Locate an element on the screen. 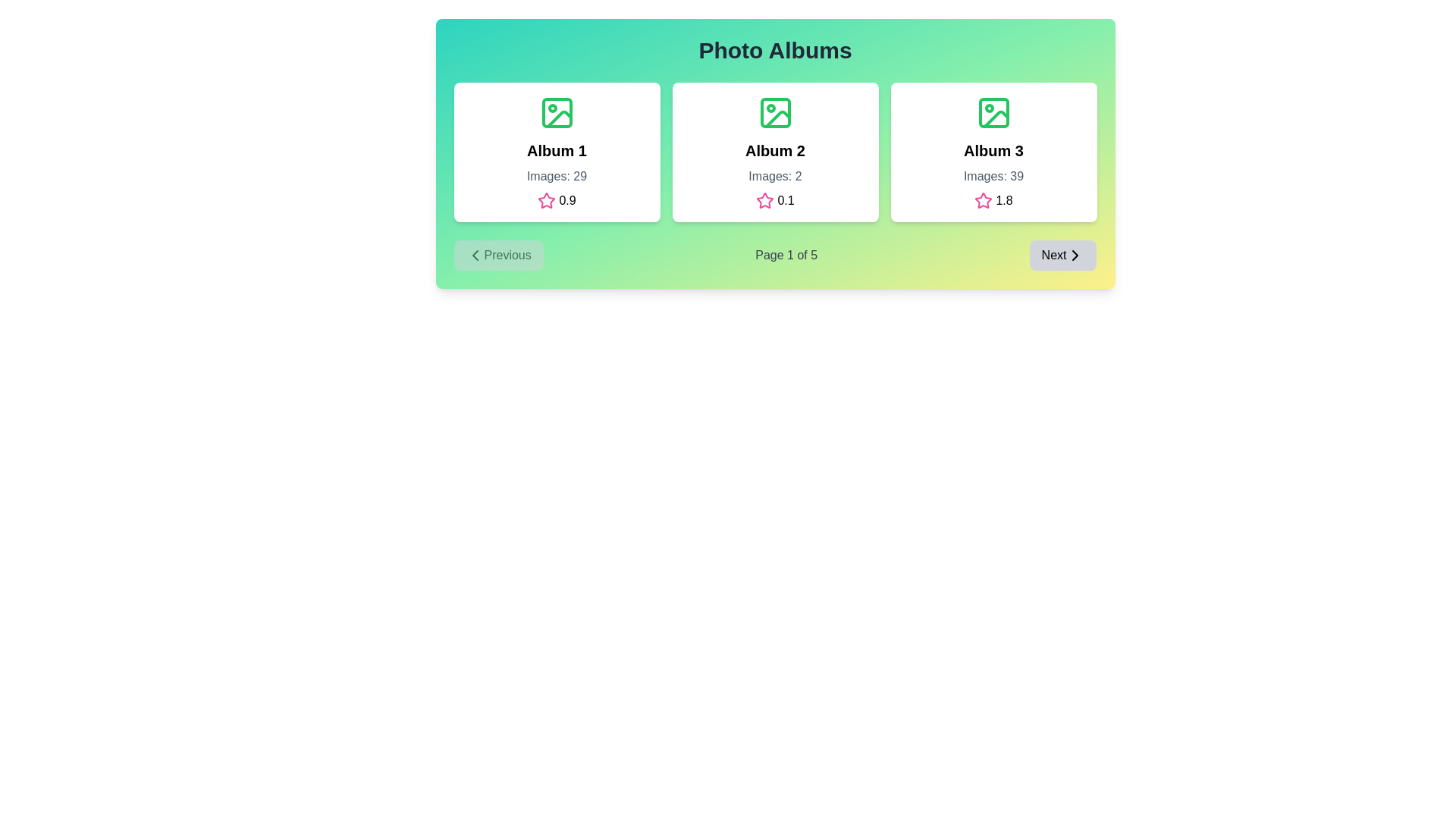 The width and height of the screenshot is (1456, 819). rating value displayed in the rating indicator located beneath the 'Images: 29' label within the card for 'Album 1' is located at coordinates (556, 200).